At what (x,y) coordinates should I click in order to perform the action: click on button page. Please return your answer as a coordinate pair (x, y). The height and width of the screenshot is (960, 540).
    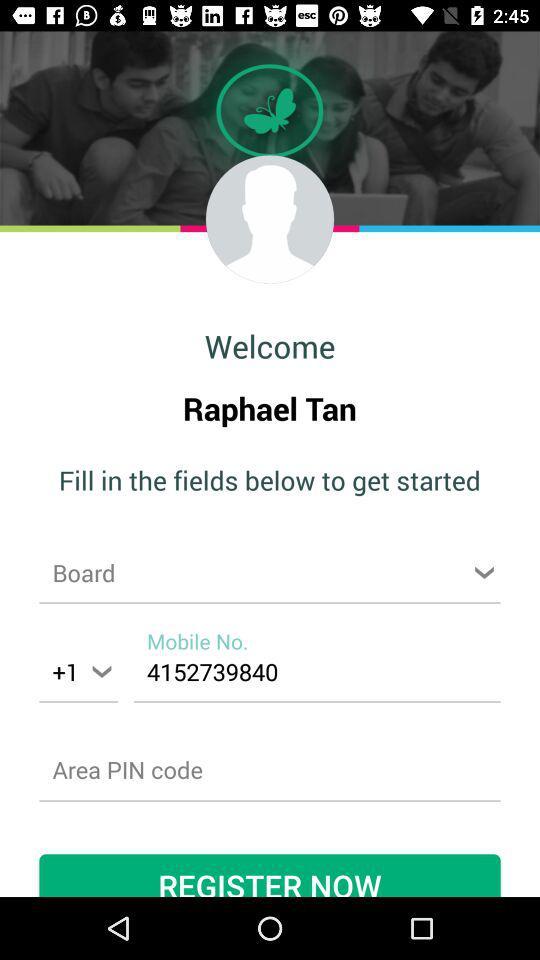
    Looking at the image, I should click on (270, 572).